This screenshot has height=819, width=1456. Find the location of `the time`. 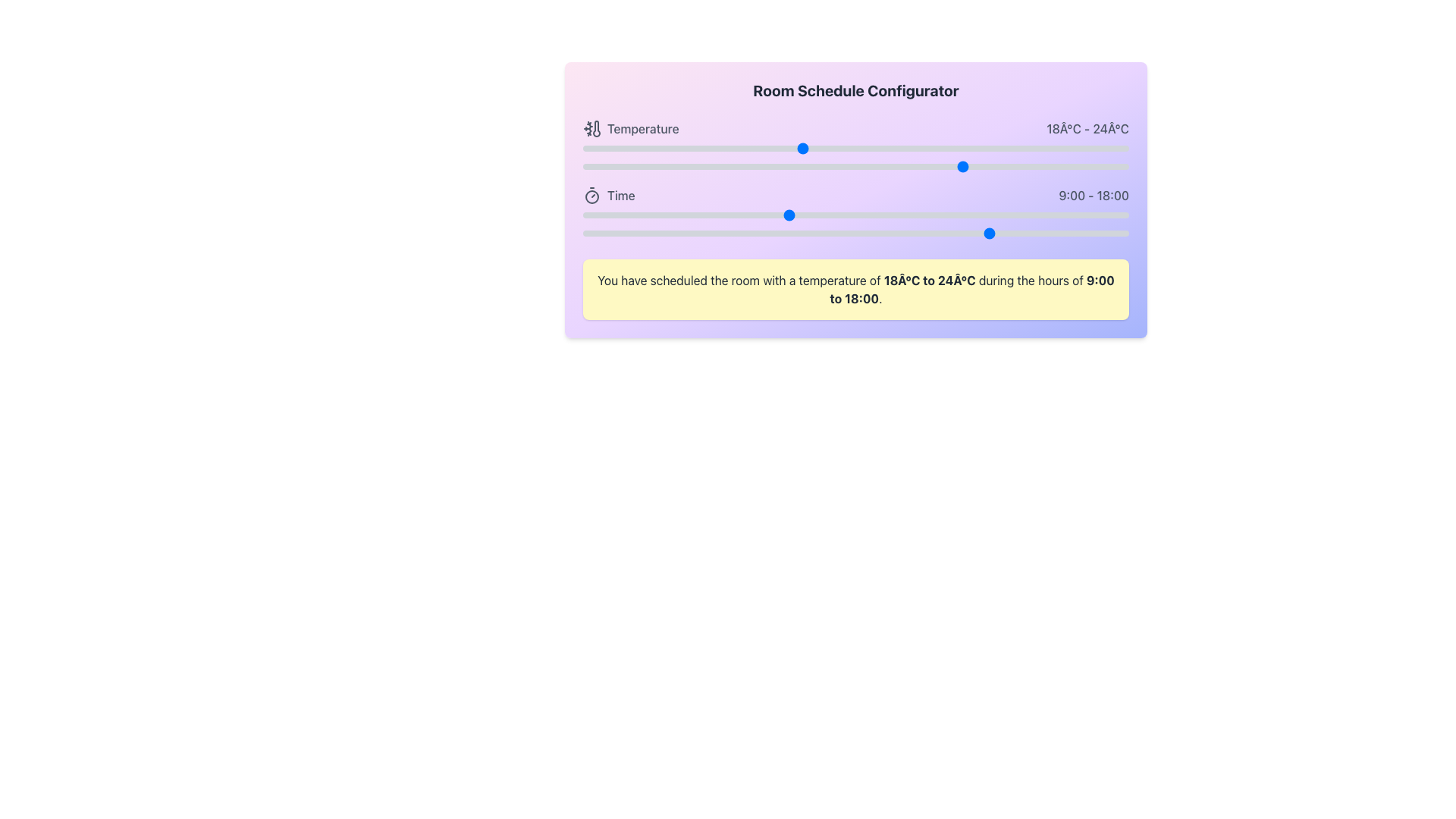

the time is located at coordinates (1015, 215).